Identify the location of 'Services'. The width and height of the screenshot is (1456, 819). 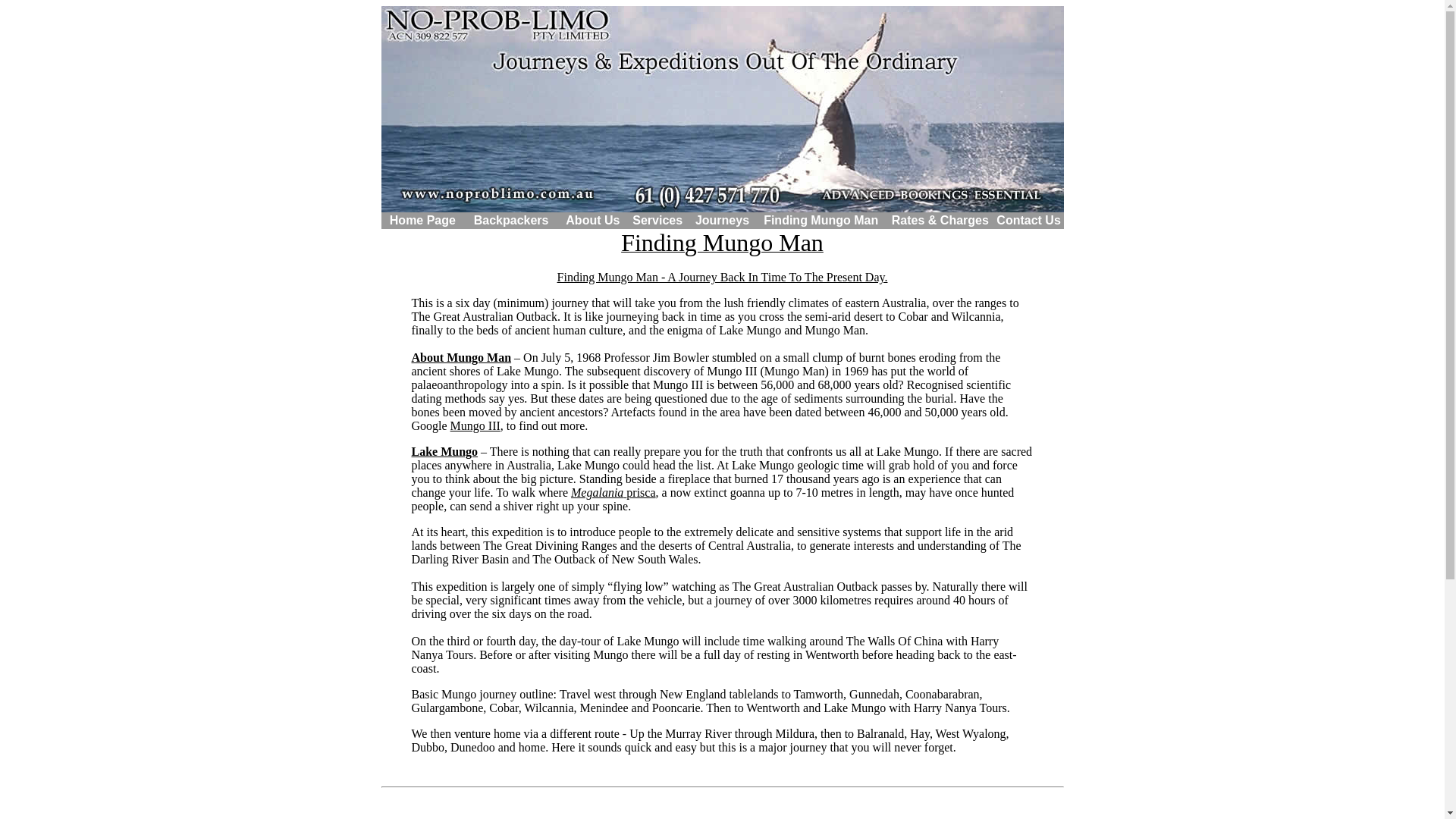
(632, 220).